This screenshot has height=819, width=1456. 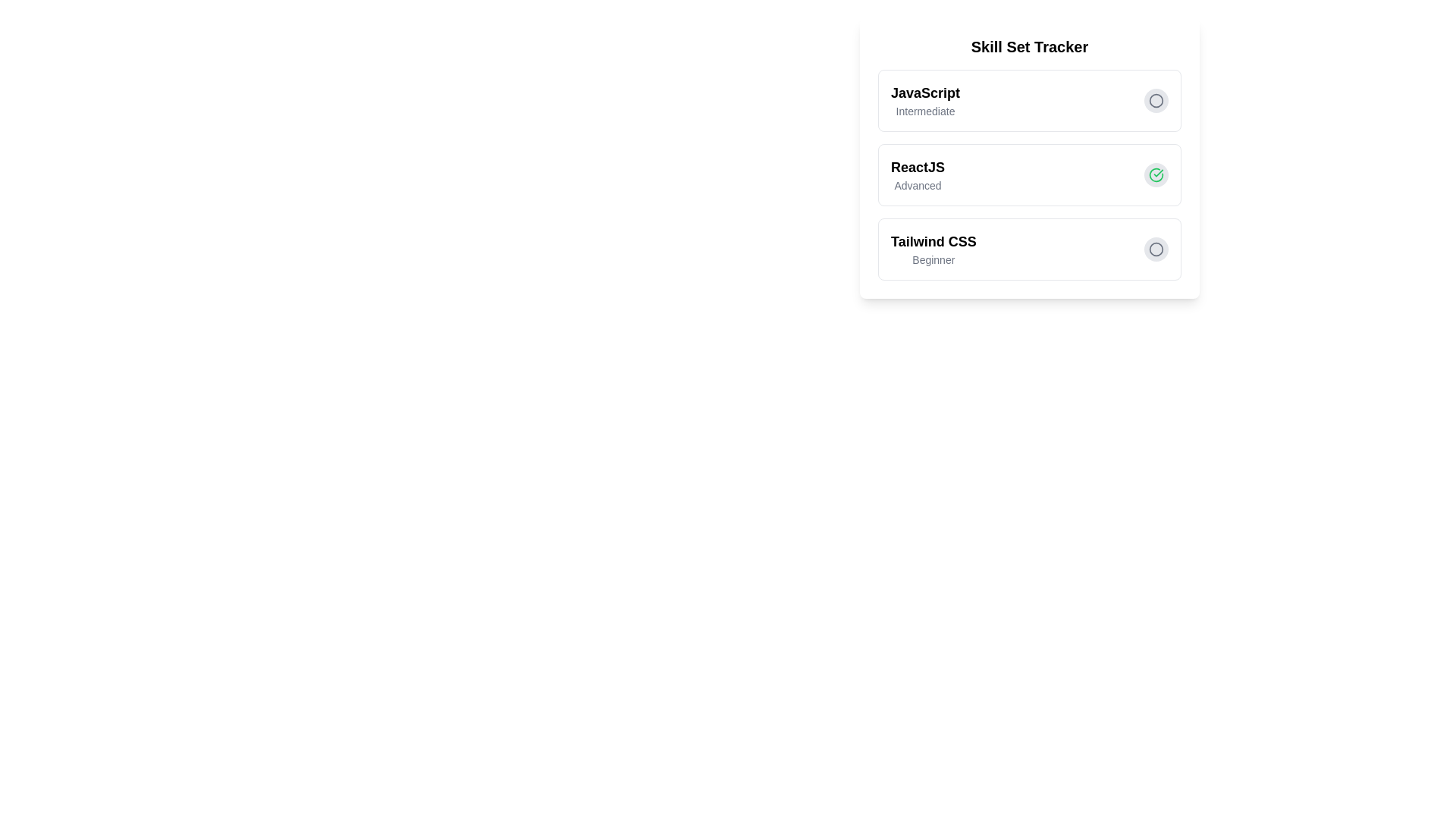 What do you see at coordinates (917, 174) in the screenshot?
I see `text from the 'ReactJS' label followed by the 'Advanced' label in the second item of the 'Skill Set Tracker' list` at bounding box center [917, 174].